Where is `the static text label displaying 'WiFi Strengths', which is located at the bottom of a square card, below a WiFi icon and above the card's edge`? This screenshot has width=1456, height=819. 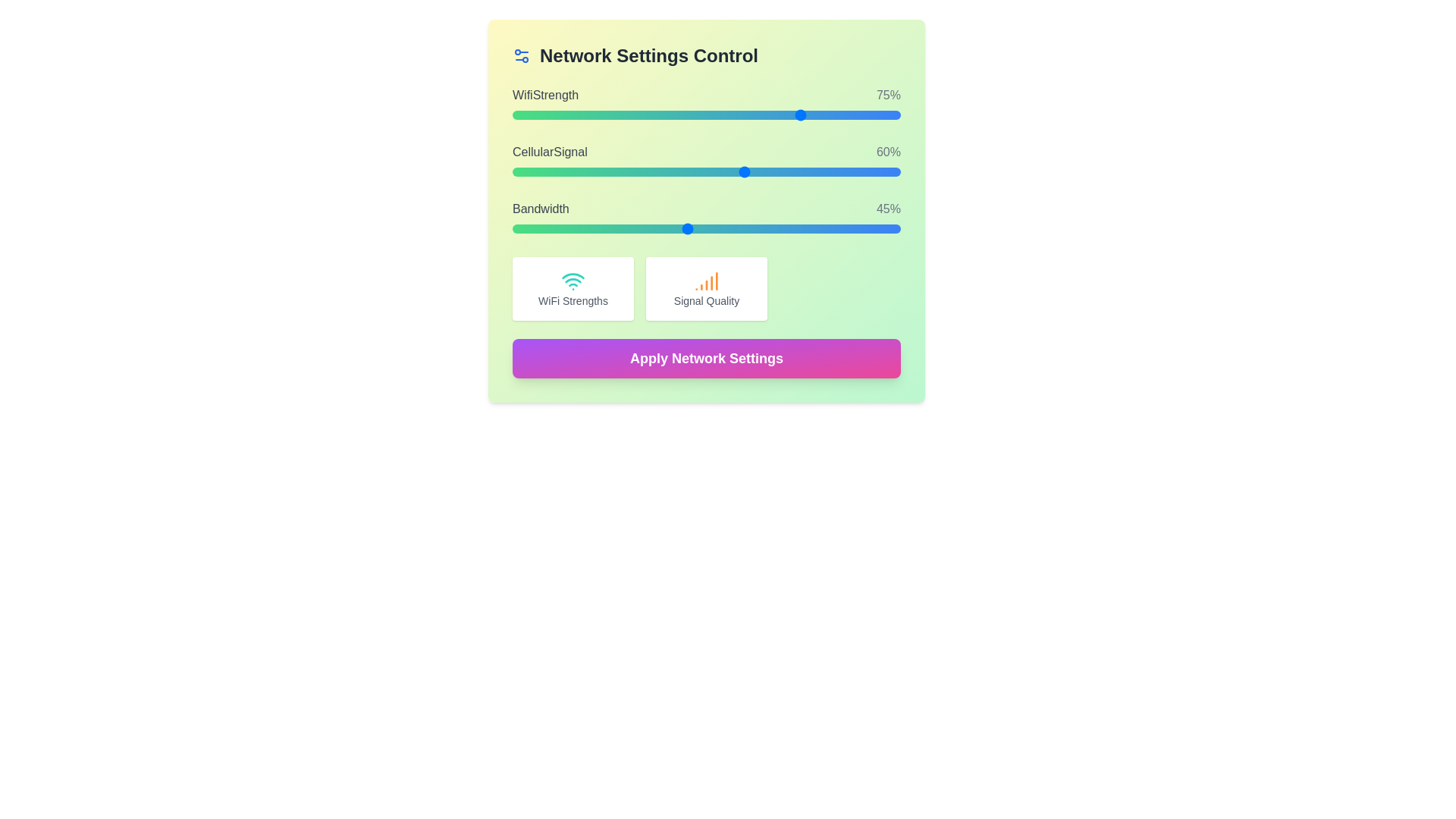
the static text label displaying 'WiFi Strengths', which is located at the bottom of a square card, below a WiFi icon and above the card's edge is located at coordinates (572, 301).